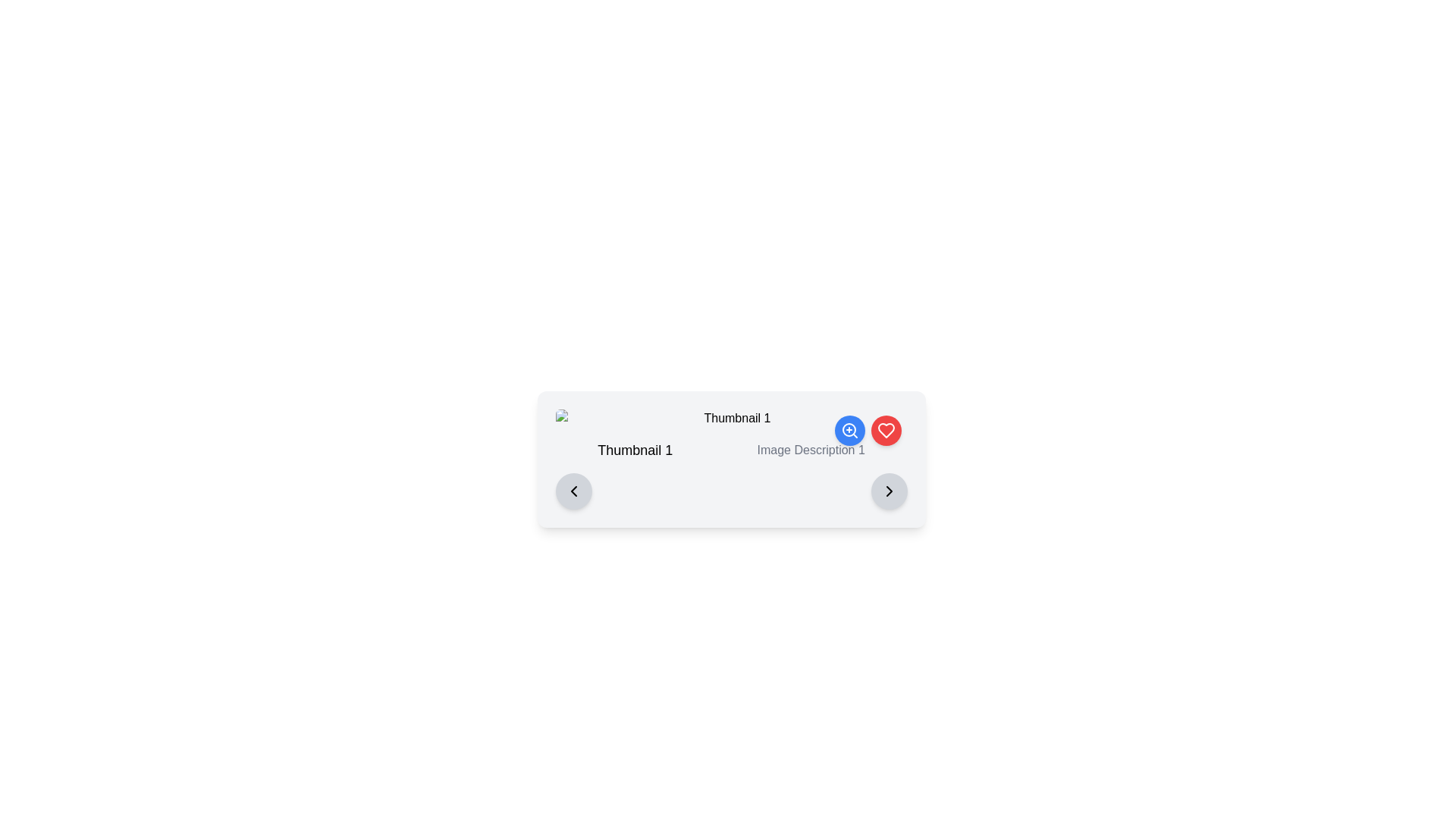 This screenshot has height=819, width=1456. Describe the element at coordinates (849, 430) in the screenshot. I see `the zoom-in button located at the top-right corner of the card-like component, which is the leftmost button next to the red heart-shaped button` at that location.